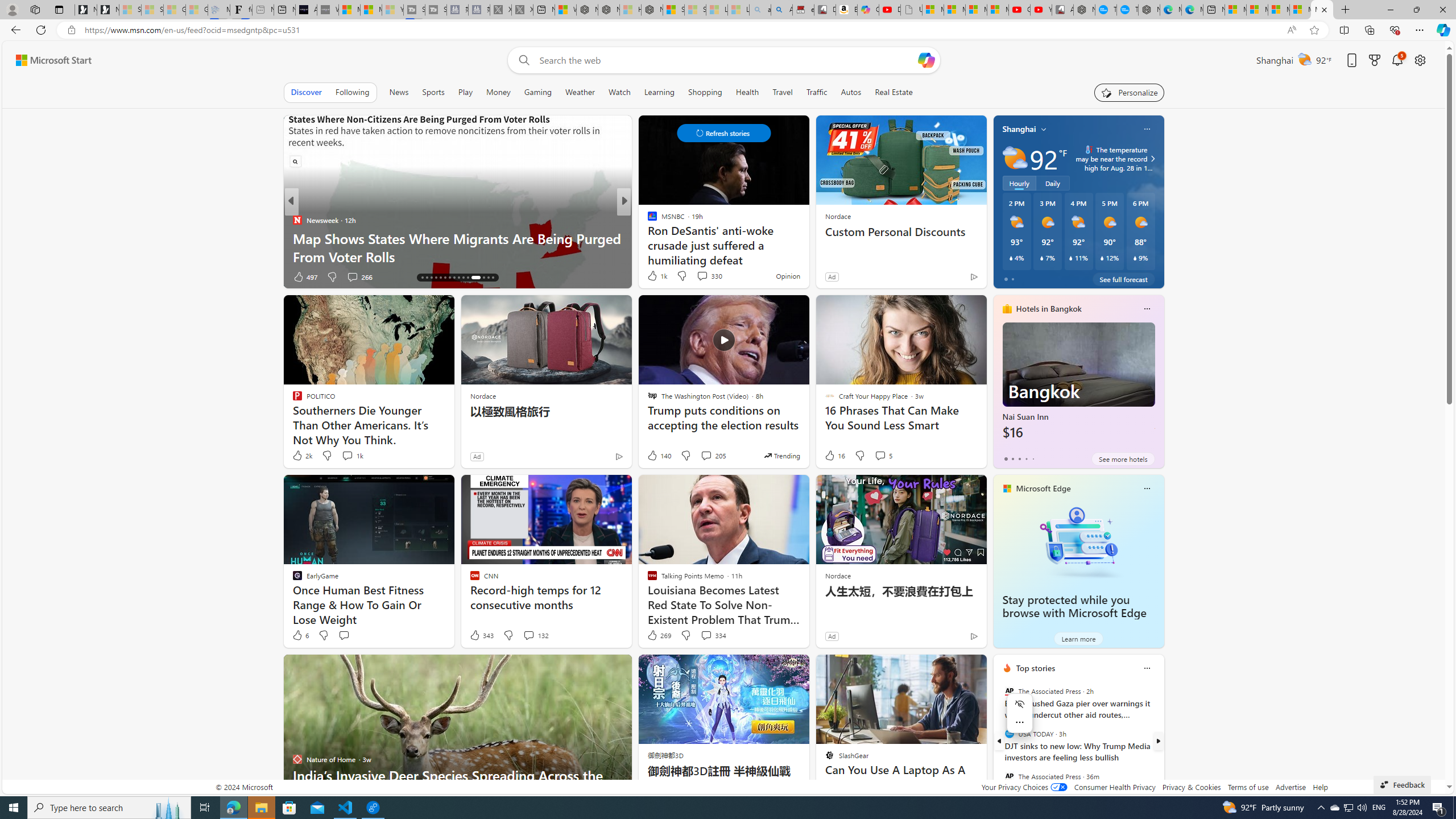 The image size is (1456, 819). What do you see at coordinates (1078, 638) in the screenshot?
I see `'Learn more'` at bounding box center [1078, 638].